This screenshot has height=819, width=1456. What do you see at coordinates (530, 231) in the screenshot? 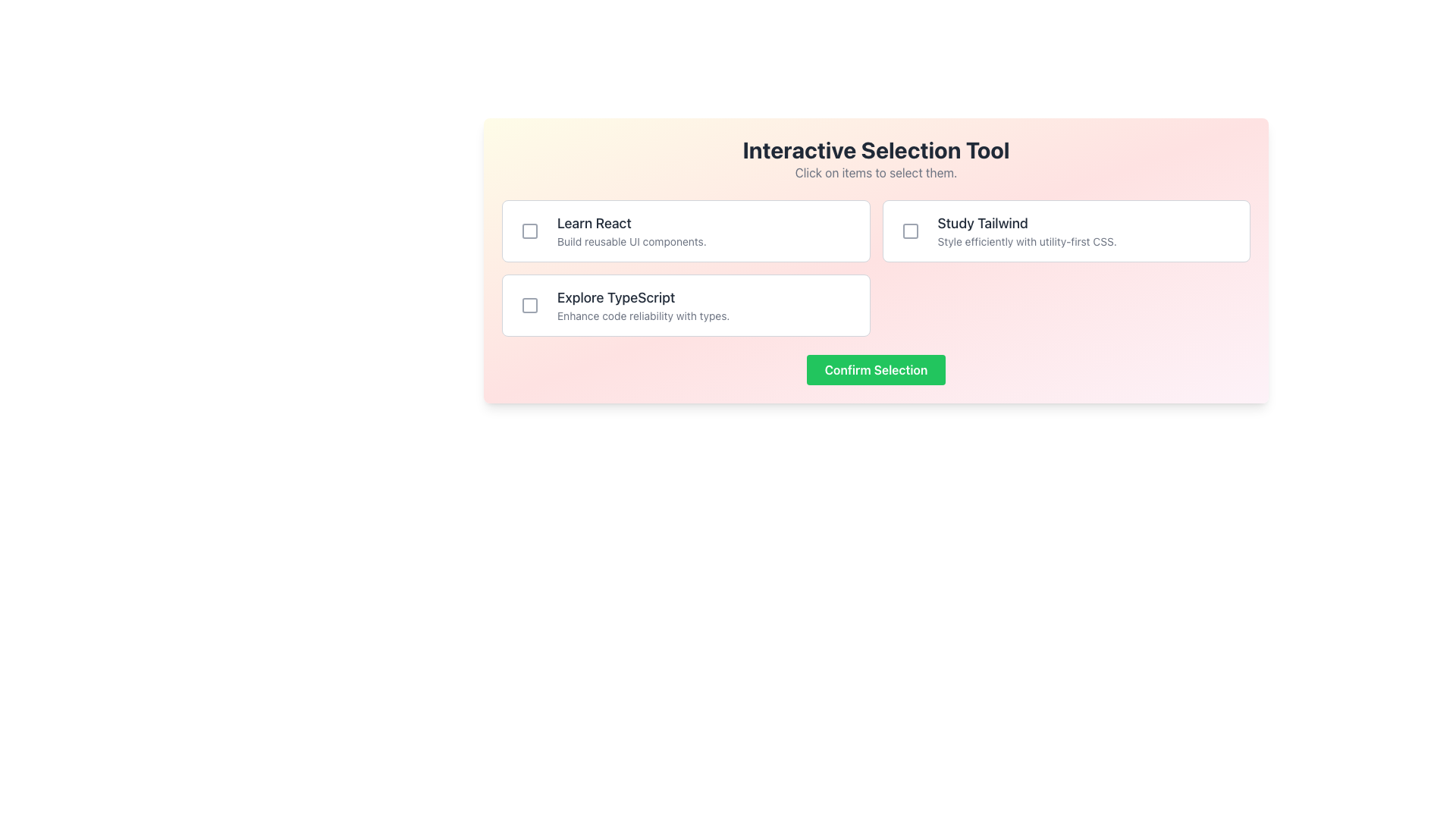
I see `the checkbox indicator element next to the 'Learn React' option in the interactive selection tool` at bounding box center [530, 231].